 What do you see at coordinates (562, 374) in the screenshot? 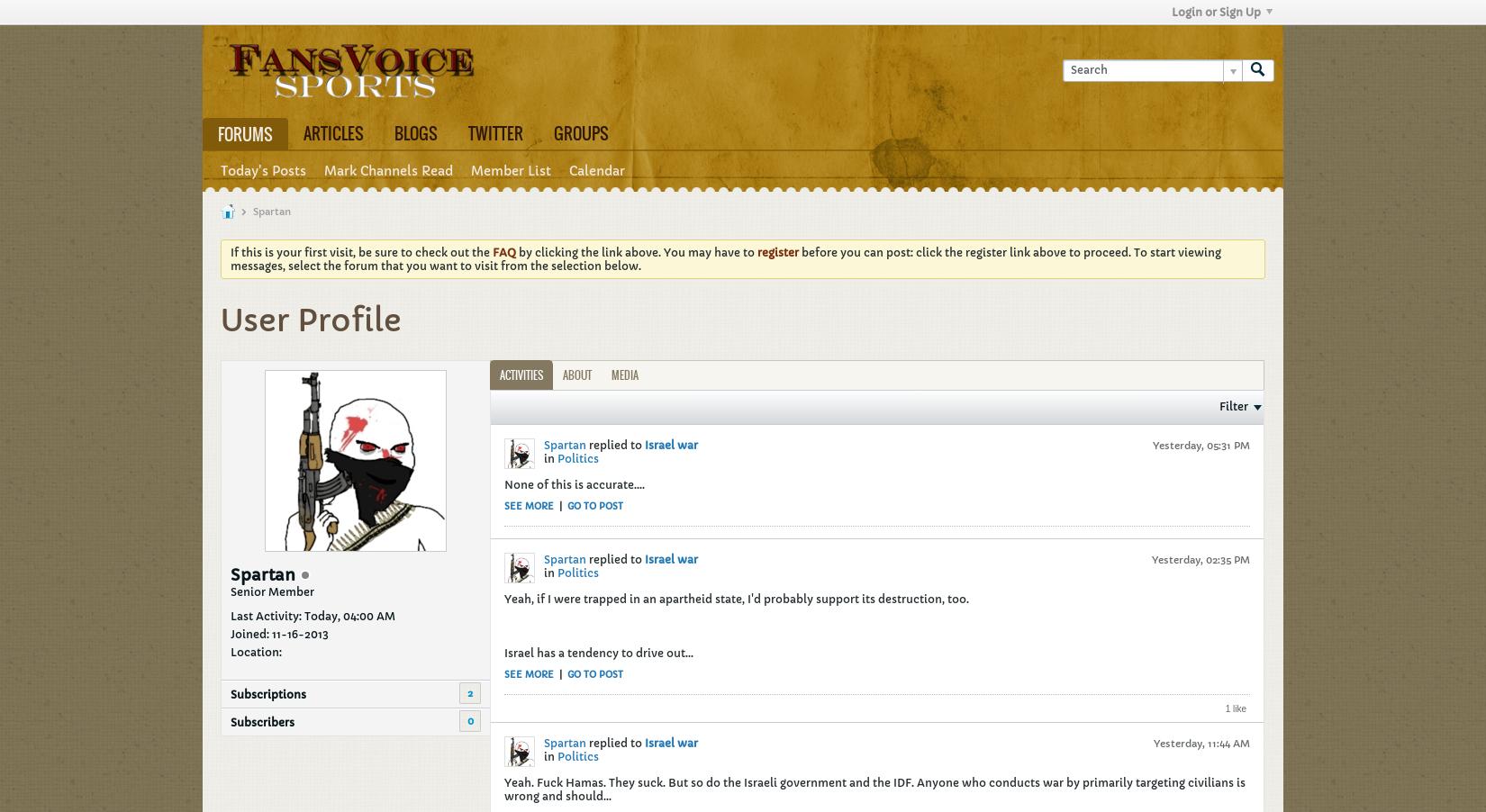
I see `'About'` at bounding box center [562, 374].